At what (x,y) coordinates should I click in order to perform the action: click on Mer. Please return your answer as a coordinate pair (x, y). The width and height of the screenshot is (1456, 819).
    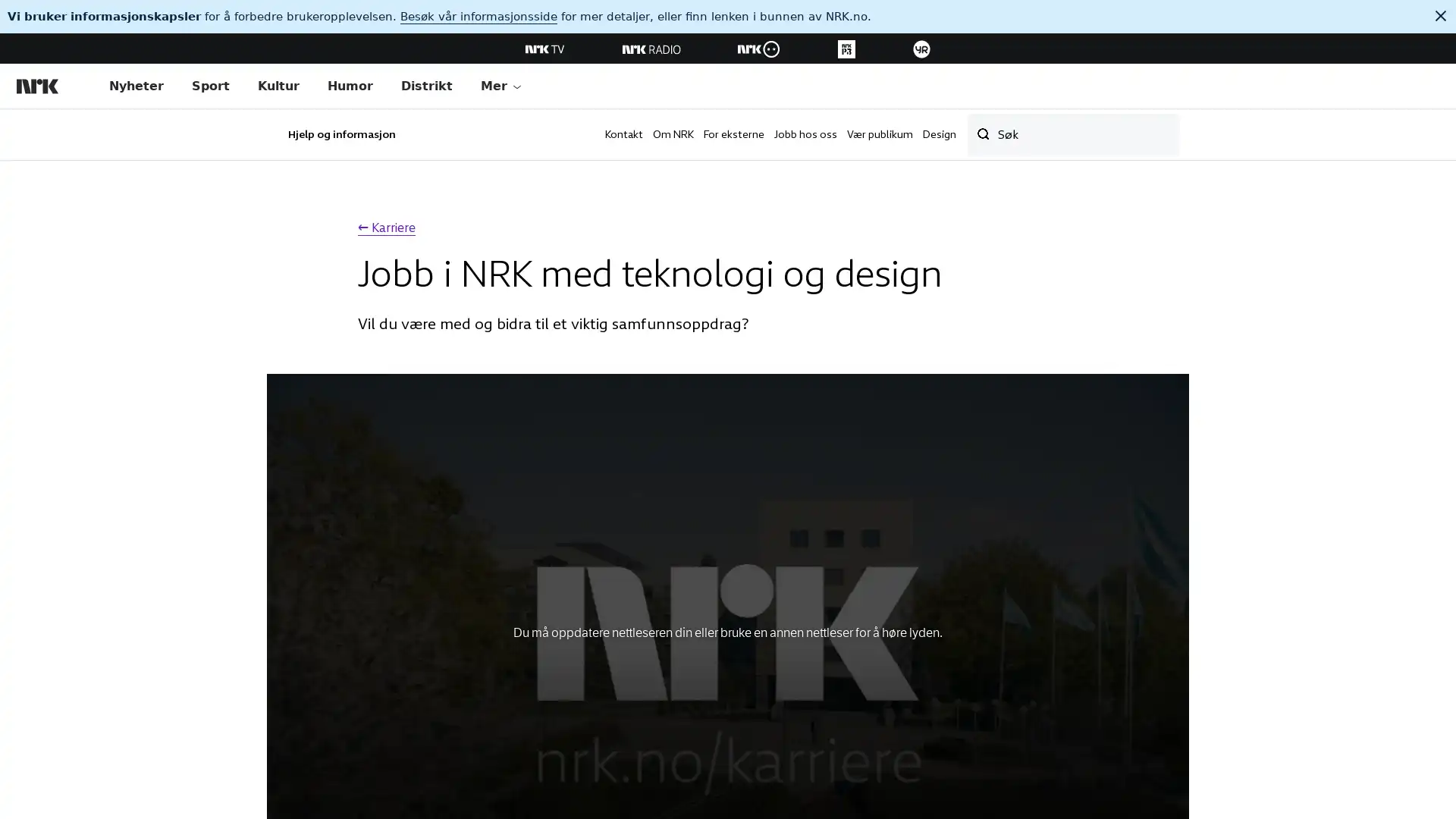
    Looking at the image, I should click on (501, 86).